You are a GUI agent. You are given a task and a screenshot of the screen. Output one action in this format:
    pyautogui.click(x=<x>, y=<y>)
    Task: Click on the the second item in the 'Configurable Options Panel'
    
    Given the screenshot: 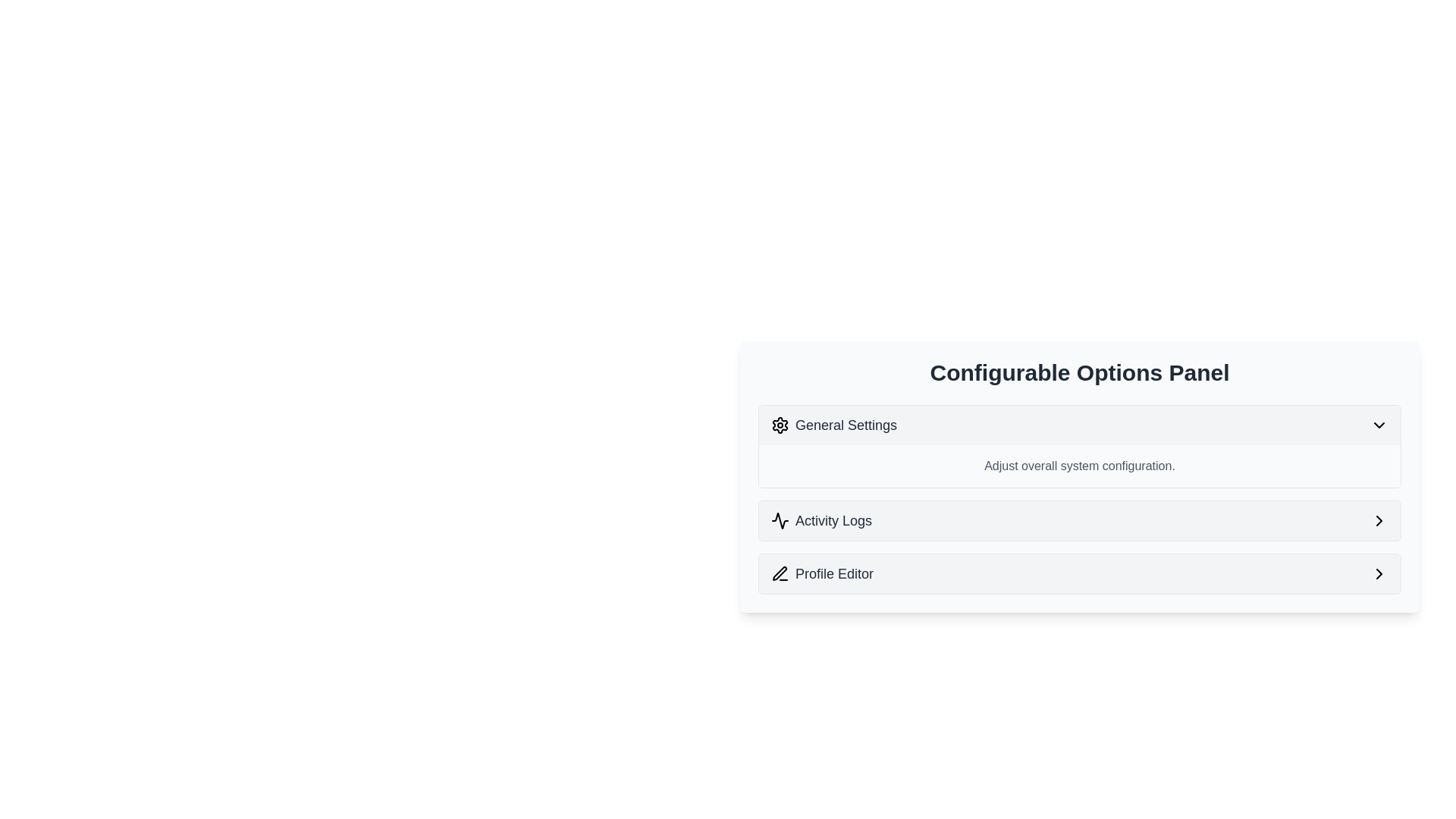 What is the action you would take?
    pyautogui.click(x=1079, y=519)
    